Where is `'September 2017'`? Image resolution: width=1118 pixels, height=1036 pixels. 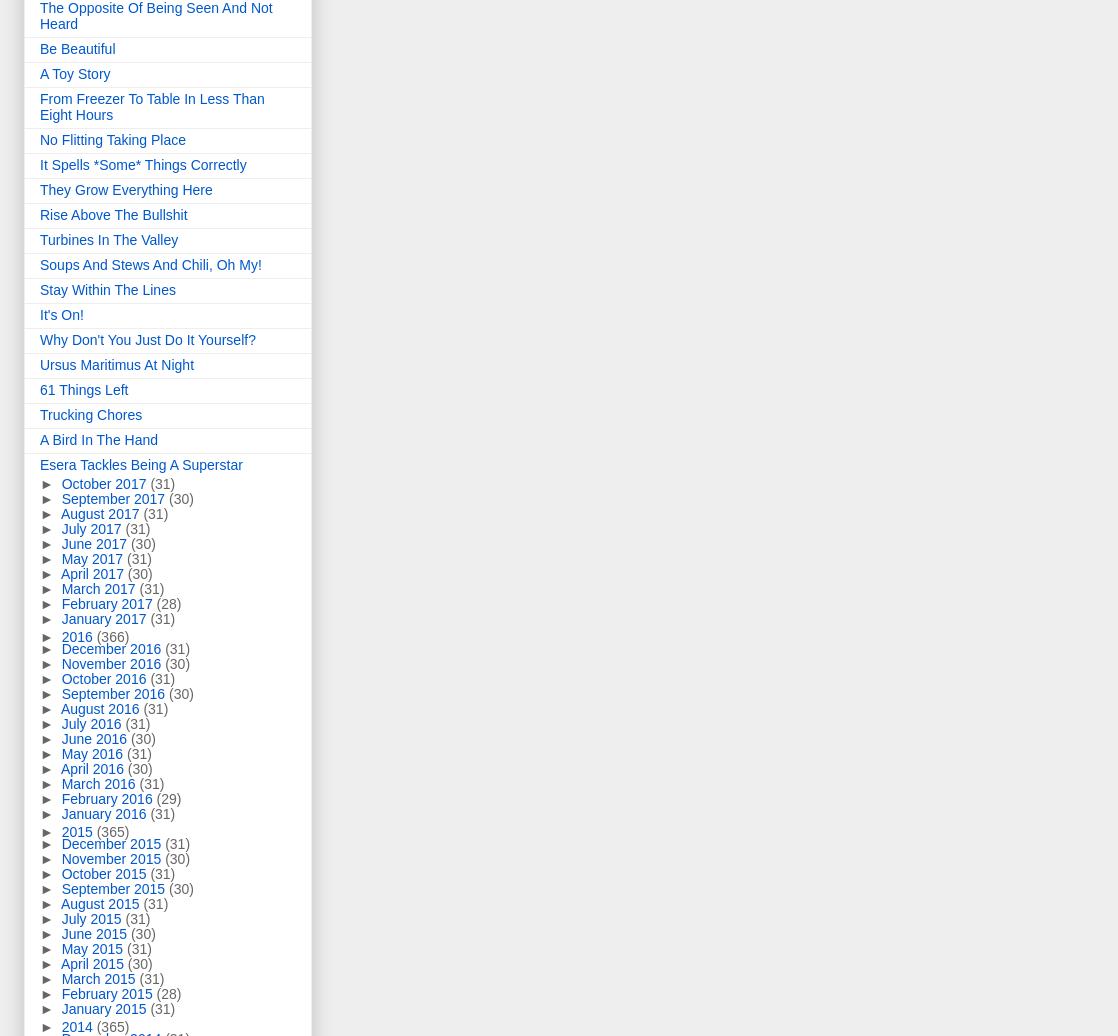
'September 2017' is located at coordinates (61, 498).